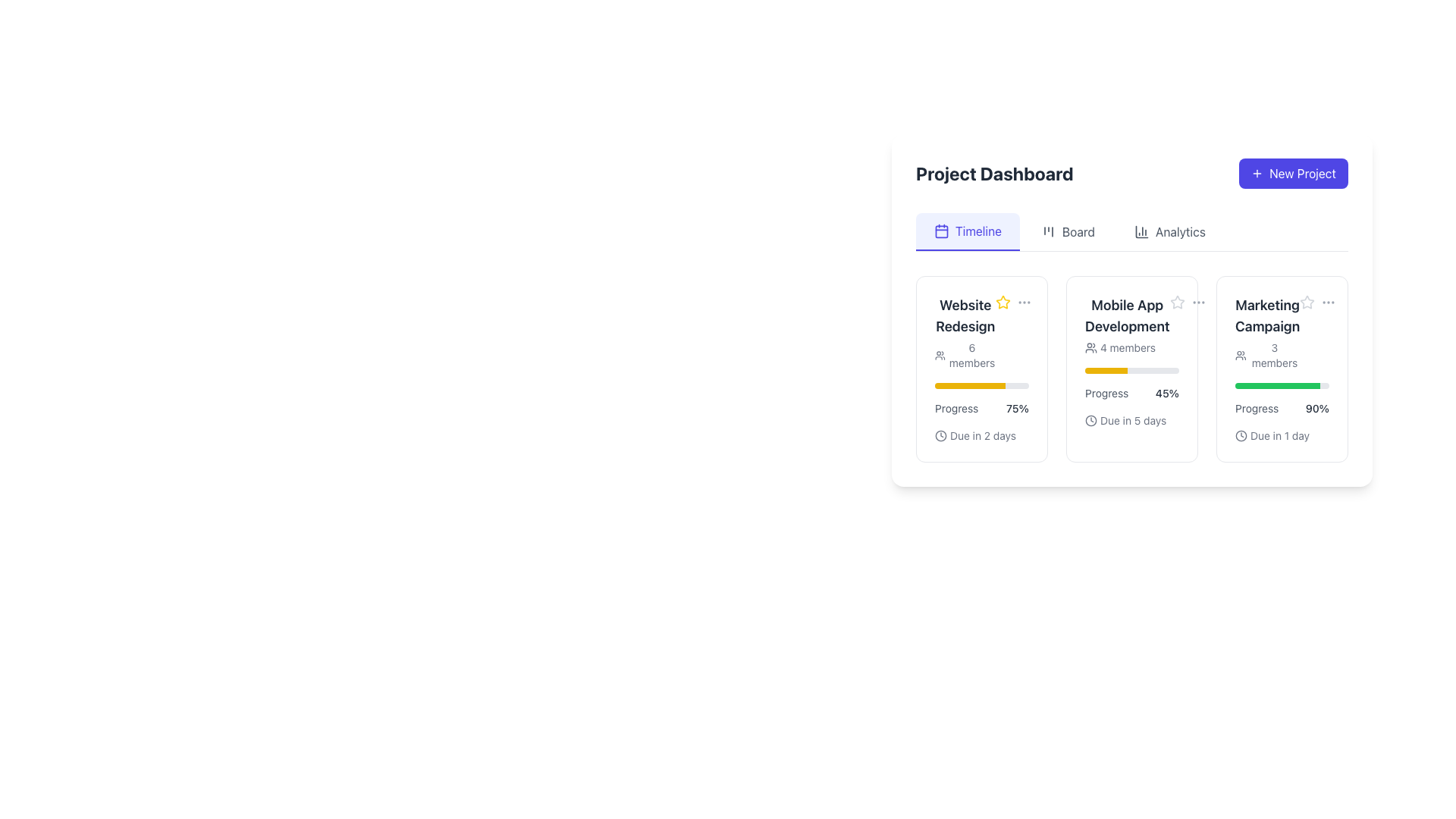 This screenshot has width=1456, height=819. Describe the element at coordinates (965, 332) in the screenshot. I see `project name 'Website Redesign' and member count displayed in the text element located in the top-left section of the first card in the 'Timeline' view's project list` at that location.